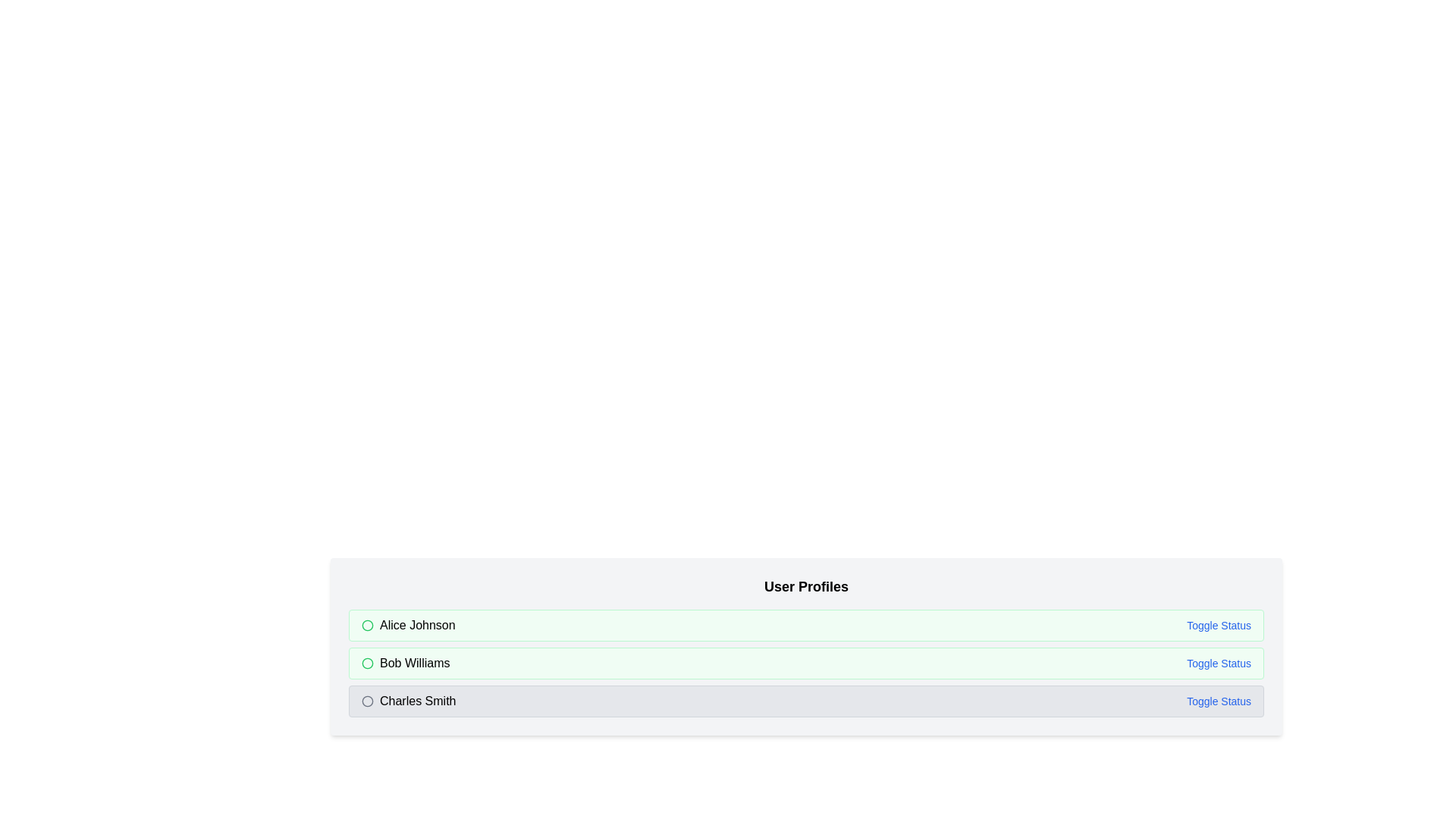 The height and width of the screenshot is (819, 1456). Describe the element at coordinates (367, 626) in the screenshot. I see `the first circular status indicator icon to the left of the text 'Alice Johnson' for its active or selected state` at that location.